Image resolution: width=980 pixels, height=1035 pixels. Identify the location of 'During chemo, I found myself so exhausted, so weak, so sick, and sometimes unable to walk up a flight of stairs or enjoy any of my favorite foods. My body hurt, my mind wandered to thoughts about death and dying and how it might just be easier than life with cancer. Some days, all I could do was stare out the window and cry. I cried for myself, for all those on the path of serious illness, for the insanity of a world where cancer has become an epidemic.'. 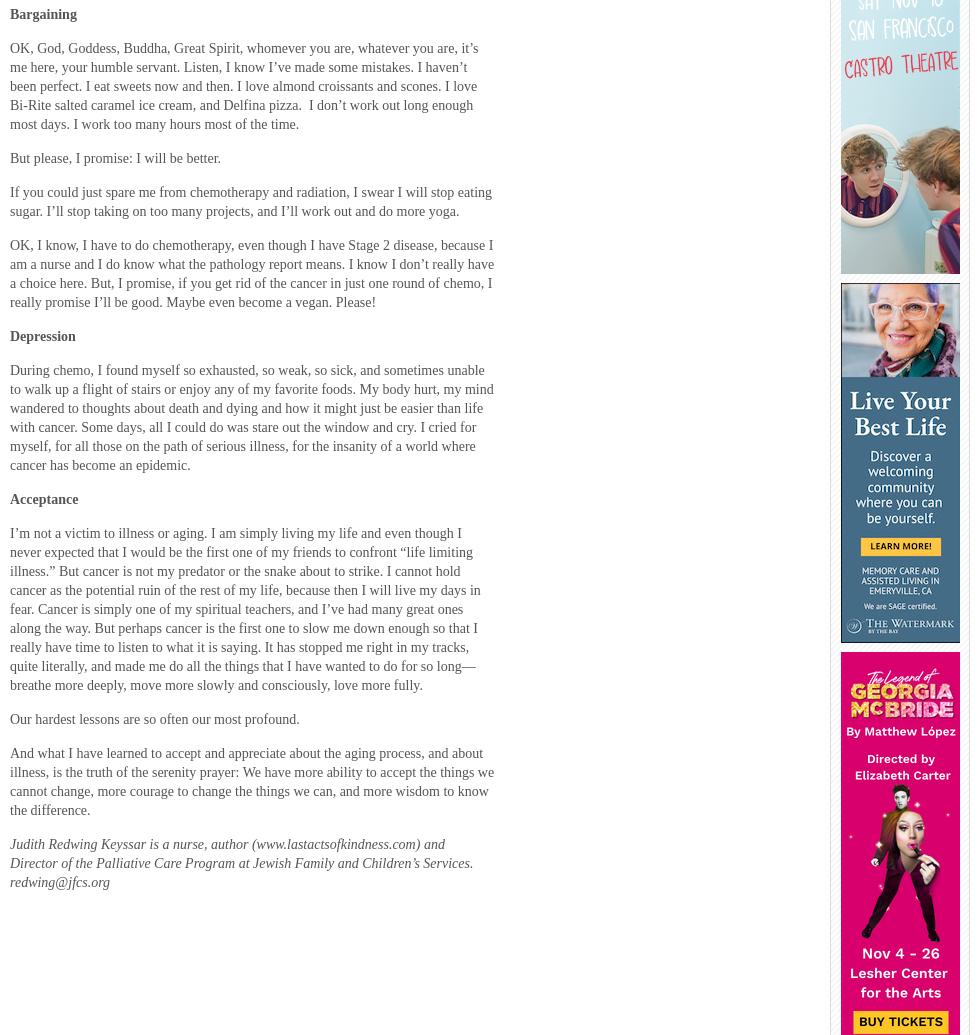
(251, 417).